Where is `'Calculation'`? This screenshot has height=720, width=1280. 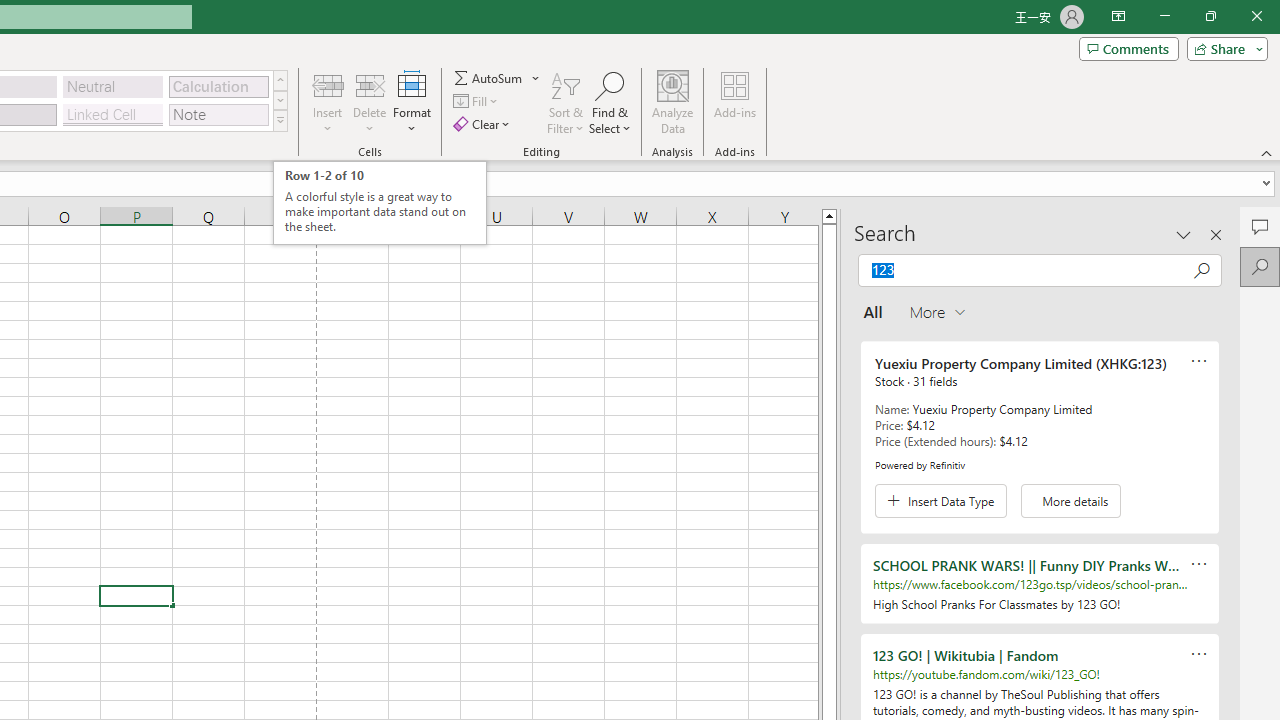 'Calculation' is located at coordinates (218, 85).